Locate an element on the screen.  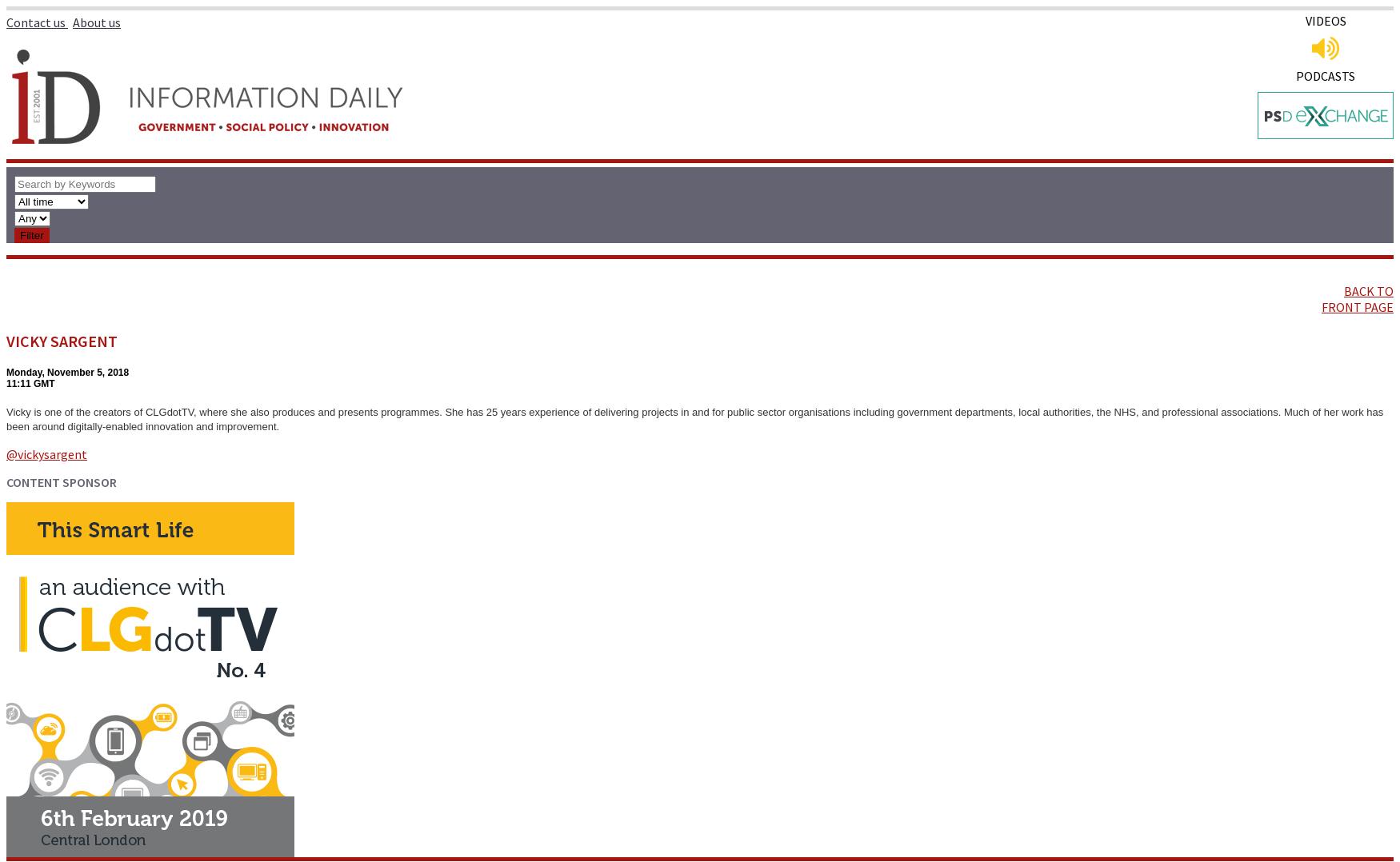
'BACK TO' is located at coordinates (1368, 291).